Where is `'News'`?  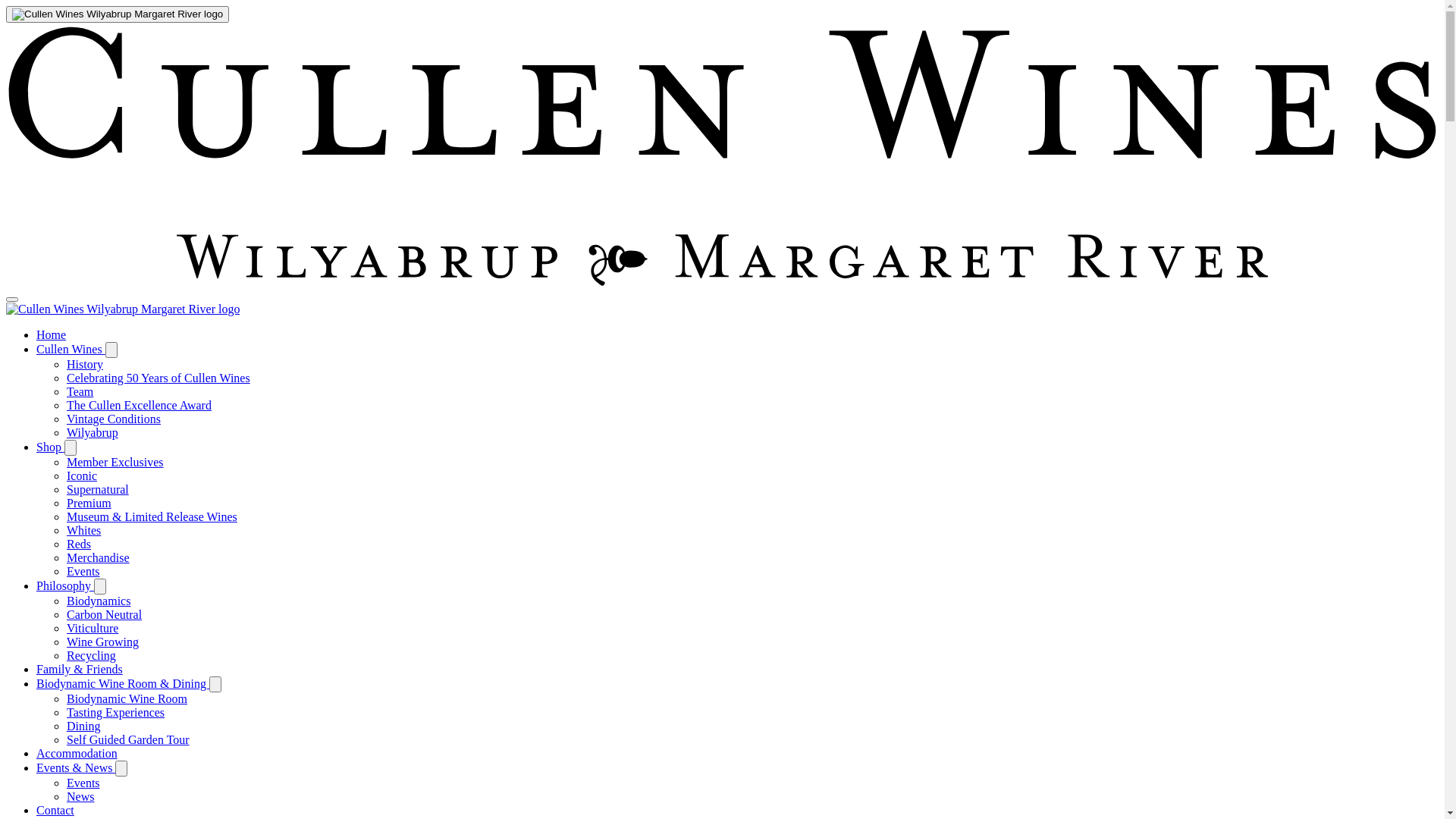 'News' is located at coordinates (79, 795).